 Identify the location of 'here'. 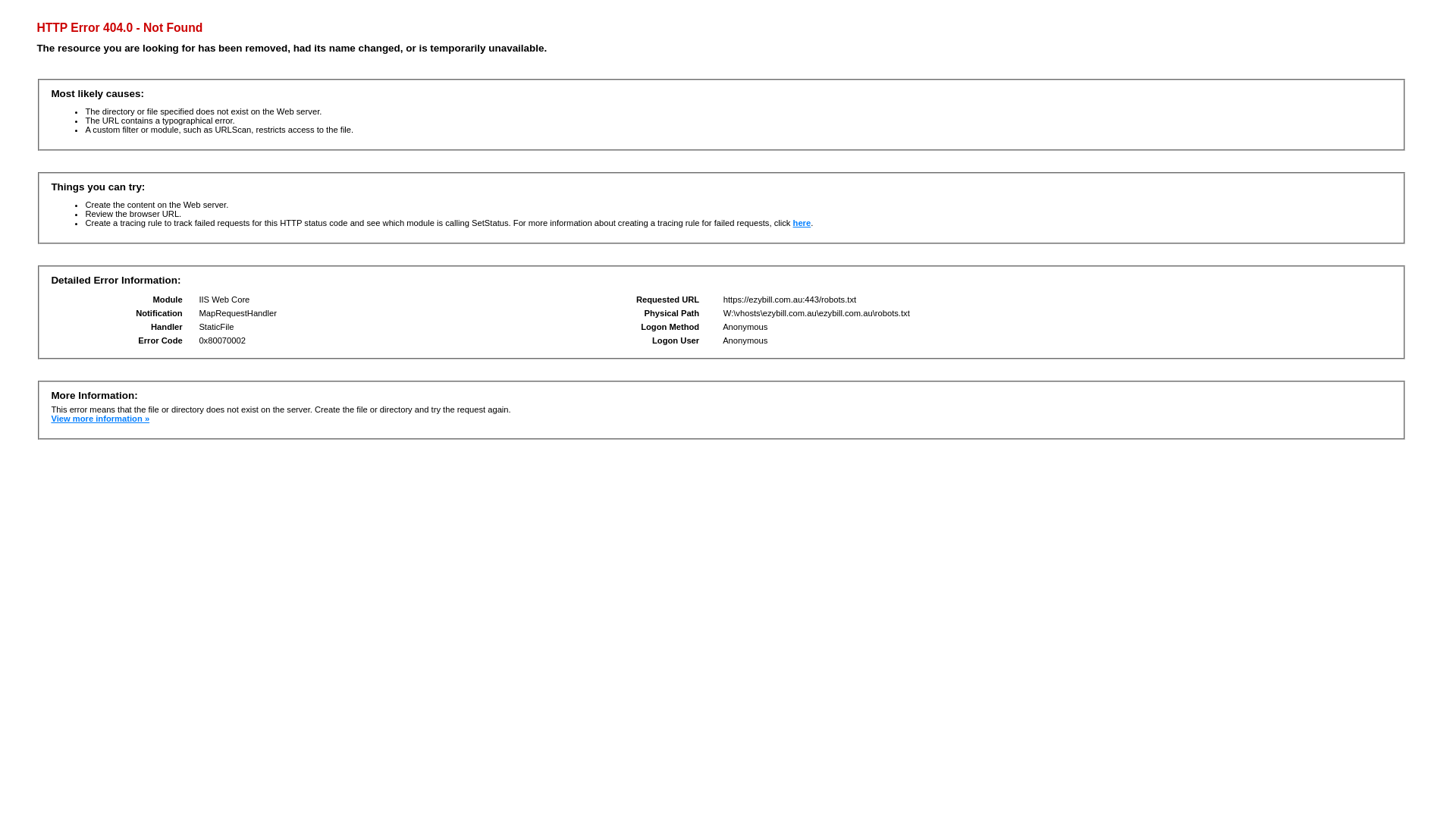
(801, 222).